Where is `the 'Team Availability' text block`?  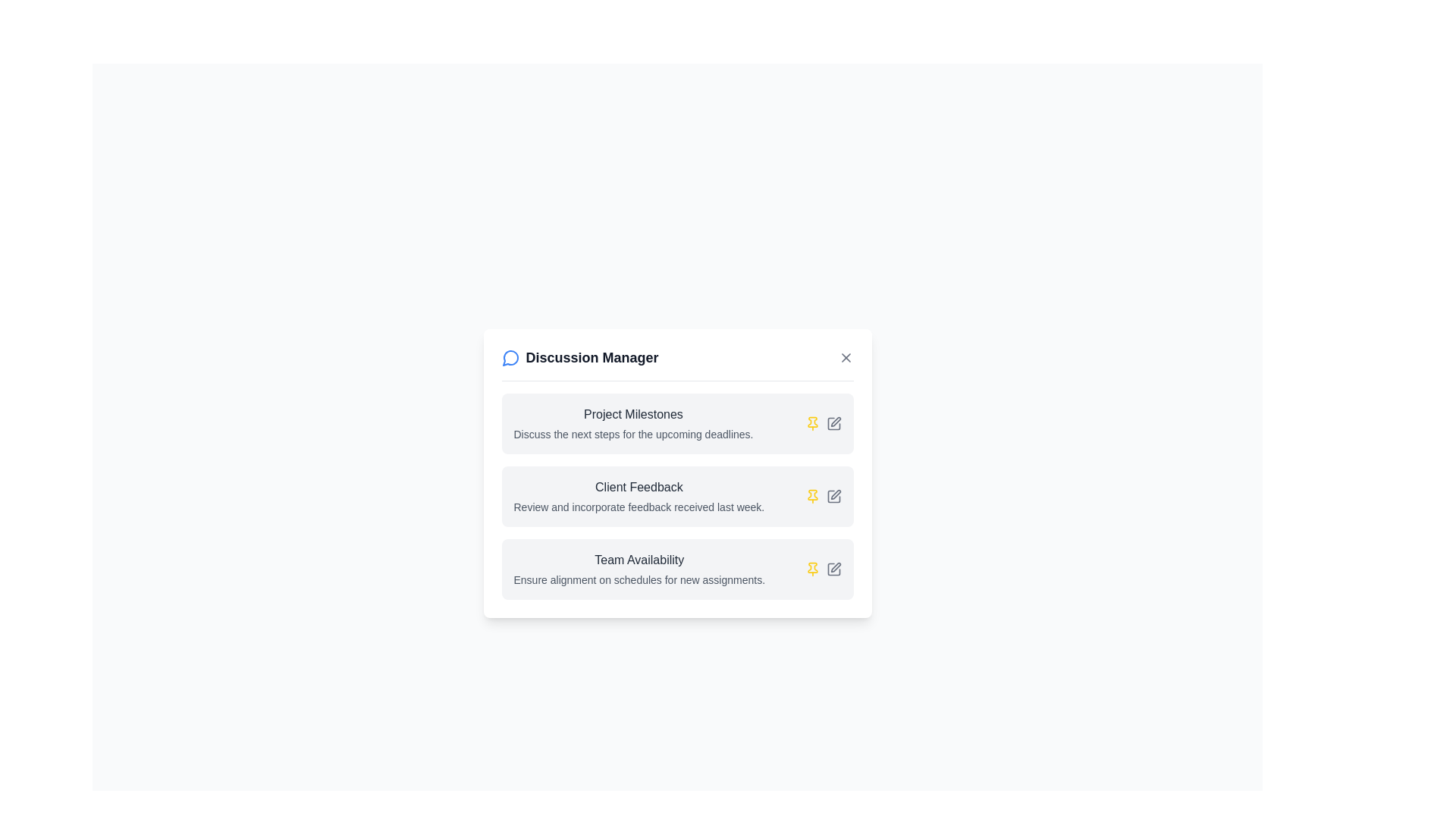 the 'Team Availability' text block is located at coordinates (676, 569).